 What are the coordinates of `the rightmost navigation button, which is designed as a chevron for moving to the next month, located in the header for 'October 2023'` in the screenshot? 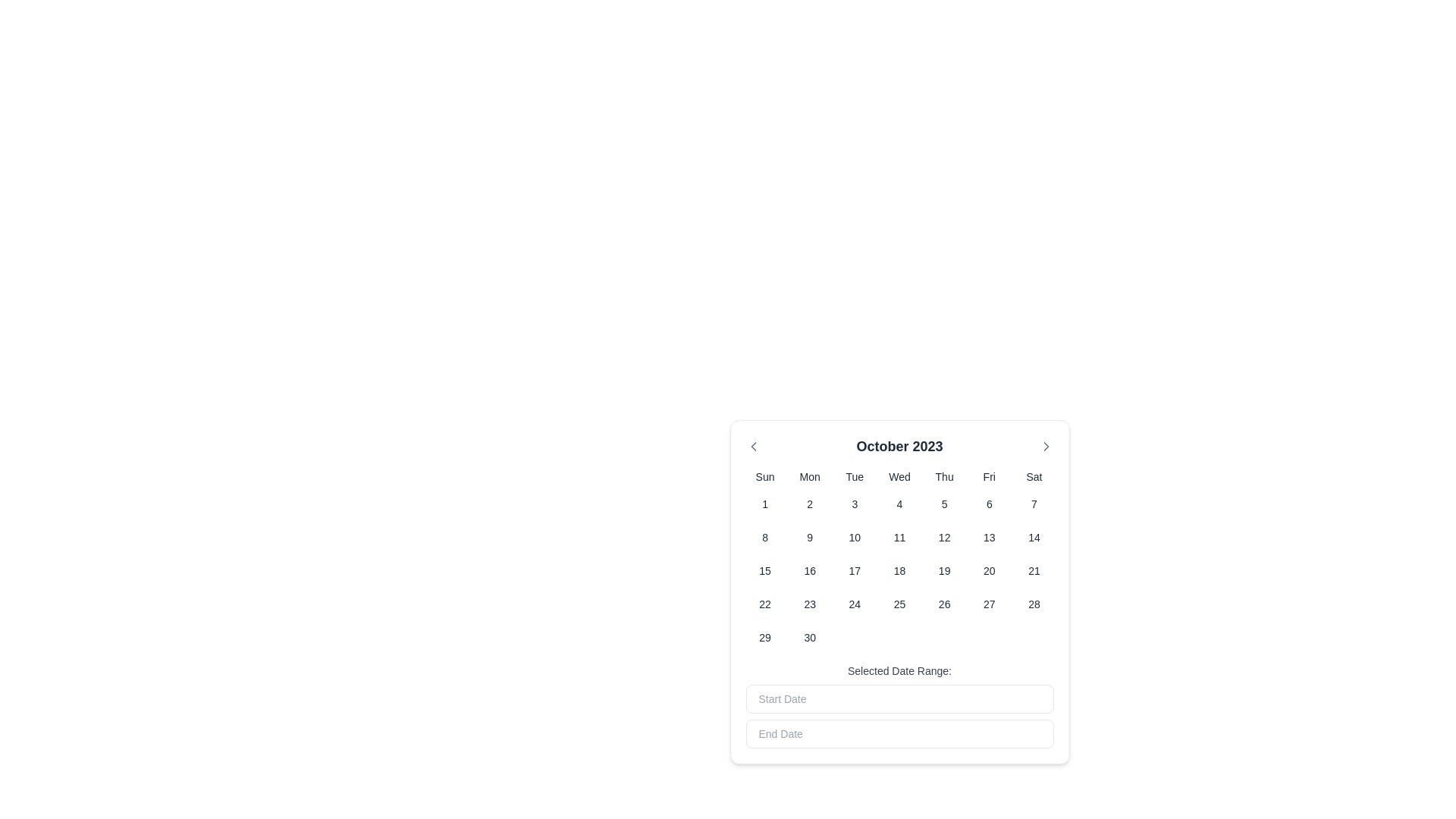 It's located at (1045, 446).